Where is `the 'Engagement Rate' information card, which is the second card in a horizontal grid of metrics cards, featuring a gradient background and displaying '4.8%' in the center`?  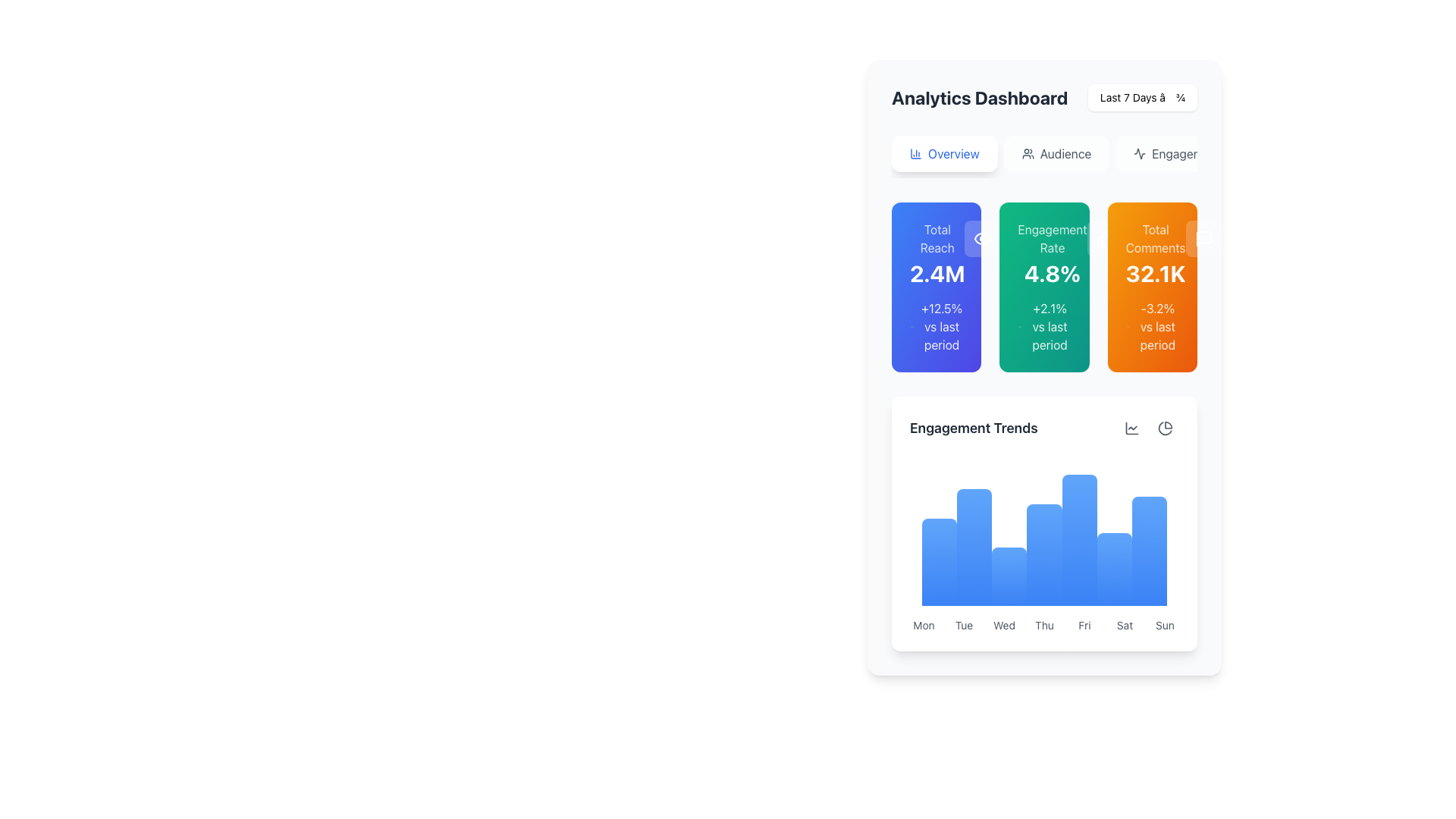 the 'Engagement Rate' information card, which is the second card in a horizontal grid of metrics cards, featuring a gradient background and displaying '4.8%' in the center is located at coordinates (1043, 287).